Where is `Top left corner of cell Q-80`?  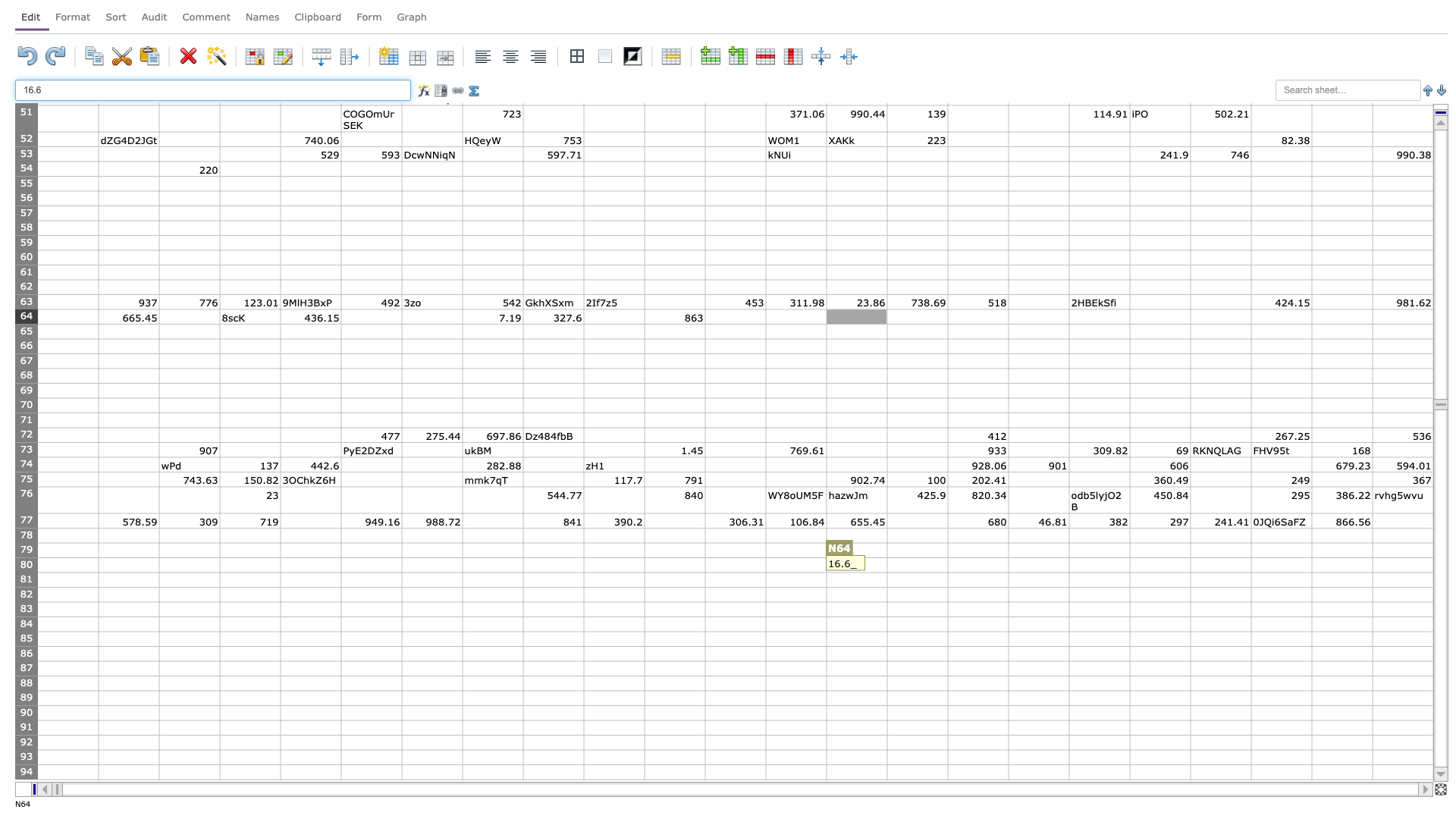
Top left corner of cell Q-80 is located at coordinates (1008, 557).